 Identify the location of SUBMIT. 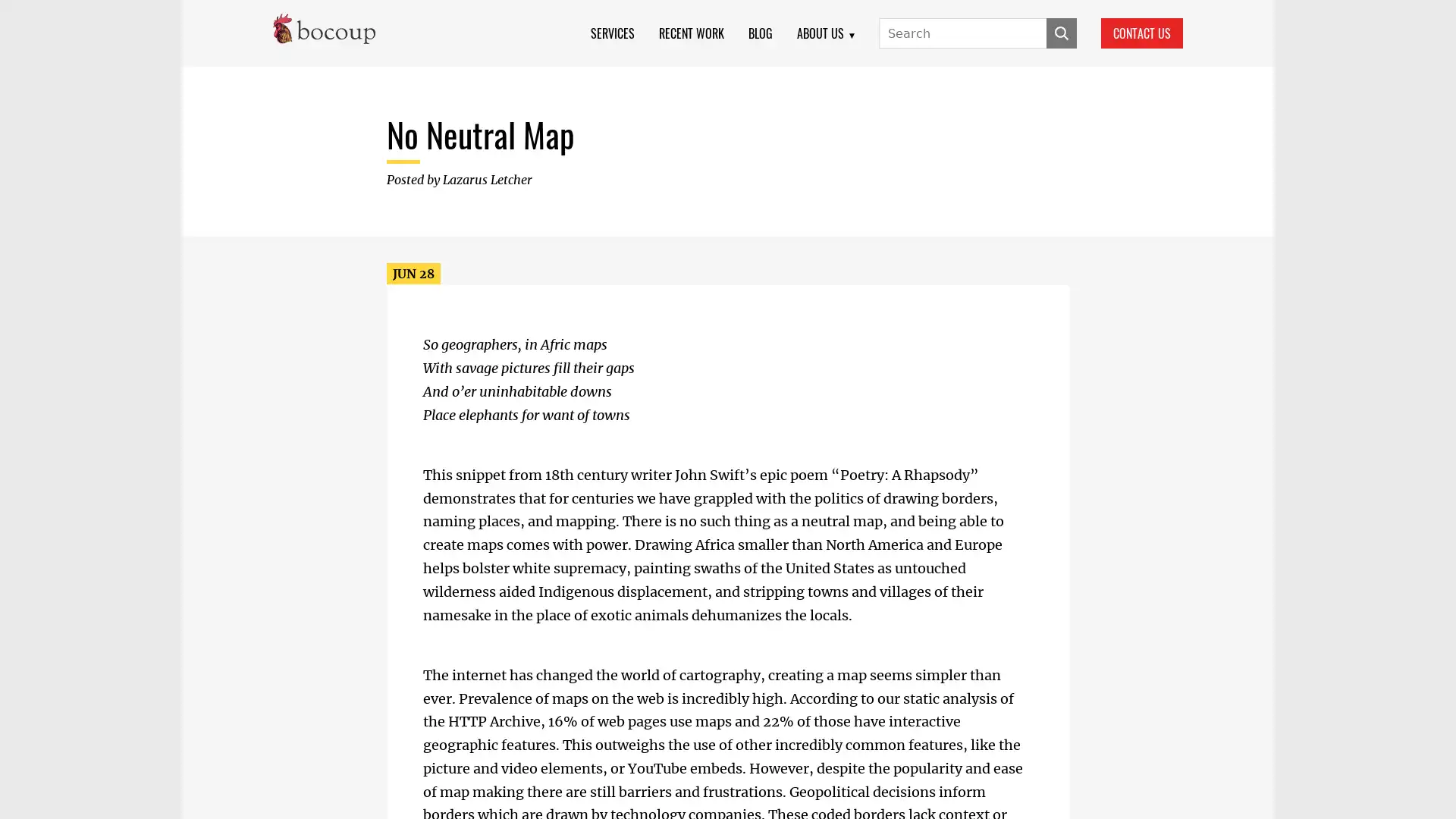
(1061, 33).